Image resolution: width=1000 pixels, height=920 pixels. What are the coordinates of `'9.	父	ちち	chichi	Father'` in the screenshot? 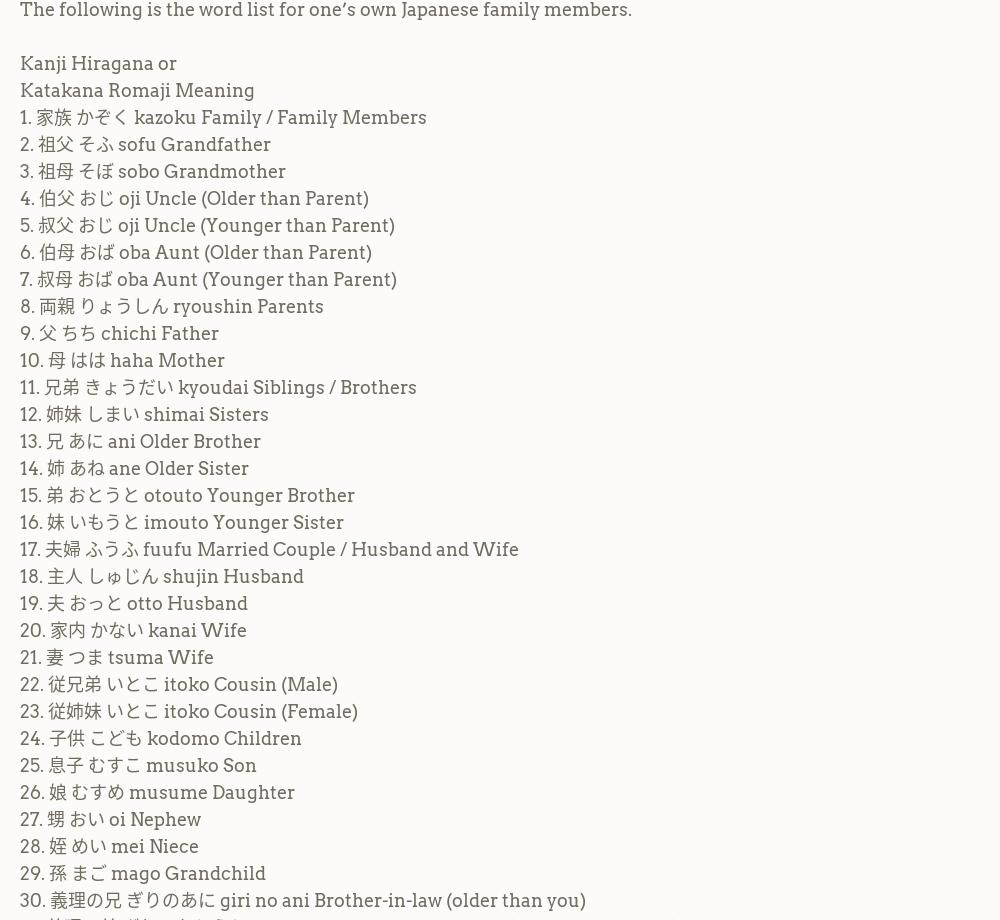 It's located at (118, 332).